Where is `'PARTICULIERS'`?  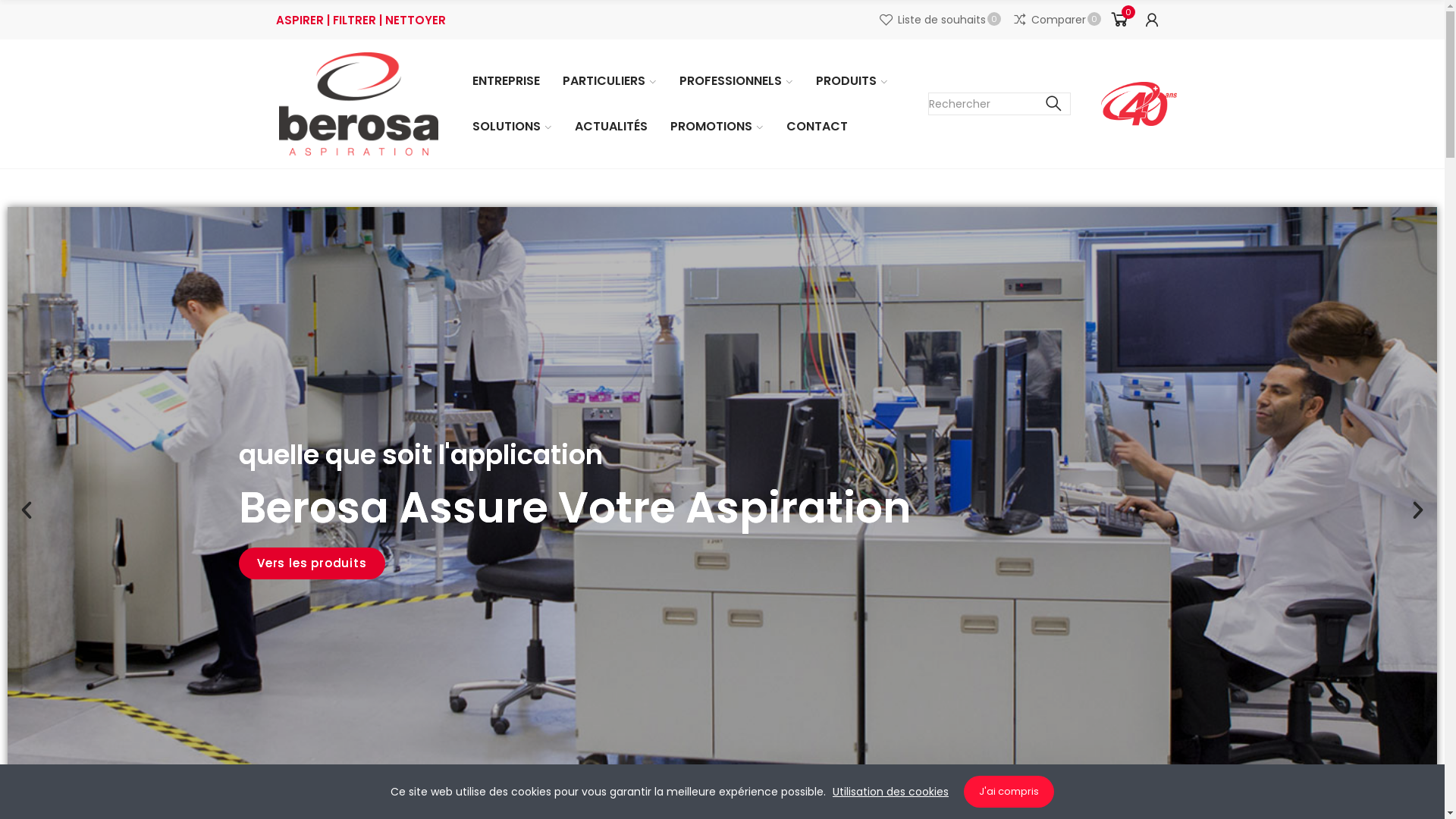
'PARTICULIERS' is located at coordinates (608, 81).